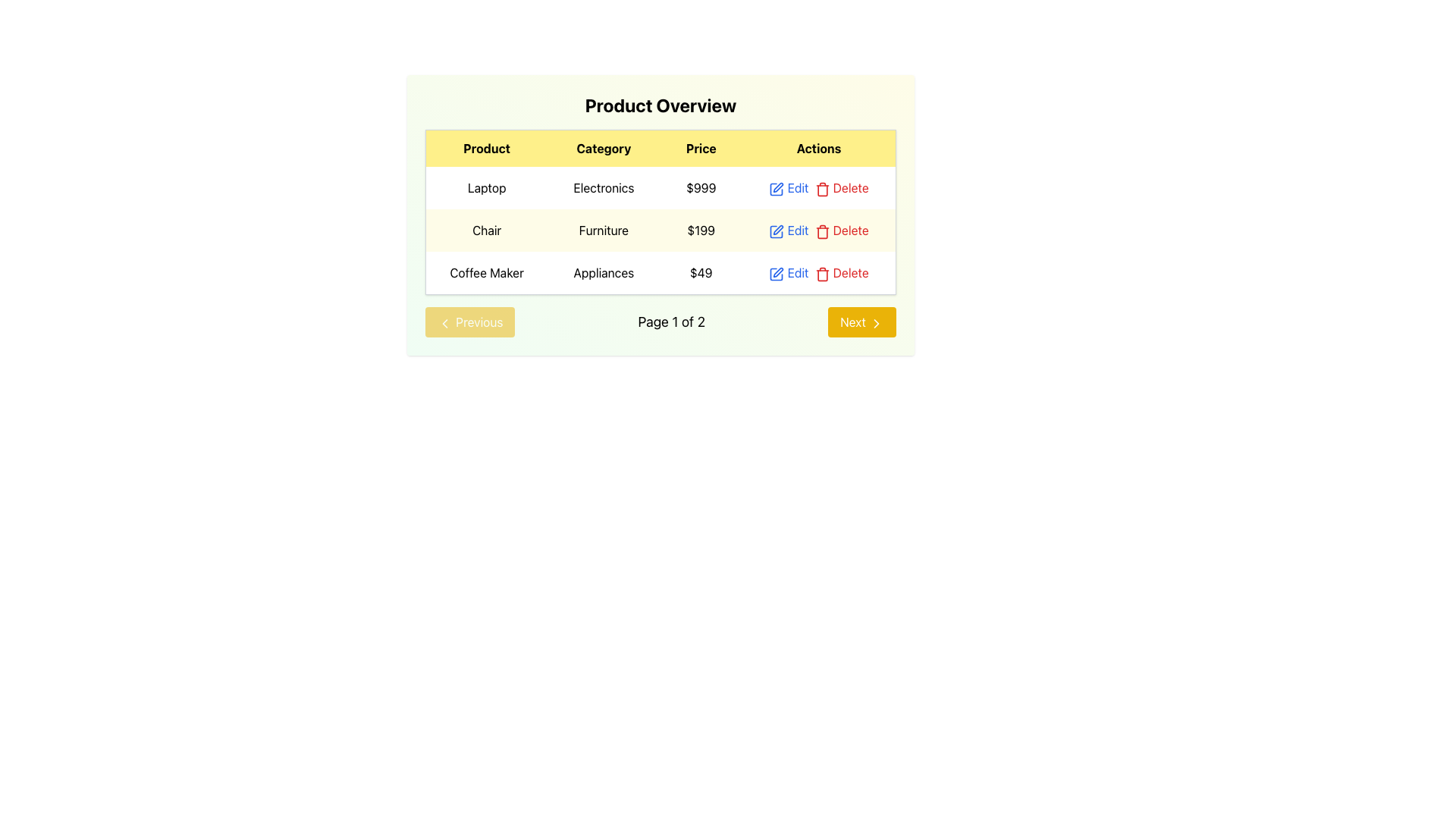 This screenshot has width=1456, height=819. I want to click on the delete link for the 'Appliances' product located in the 'Actions' column of the third row in the table to initiate the delete action, so click(840, 271).